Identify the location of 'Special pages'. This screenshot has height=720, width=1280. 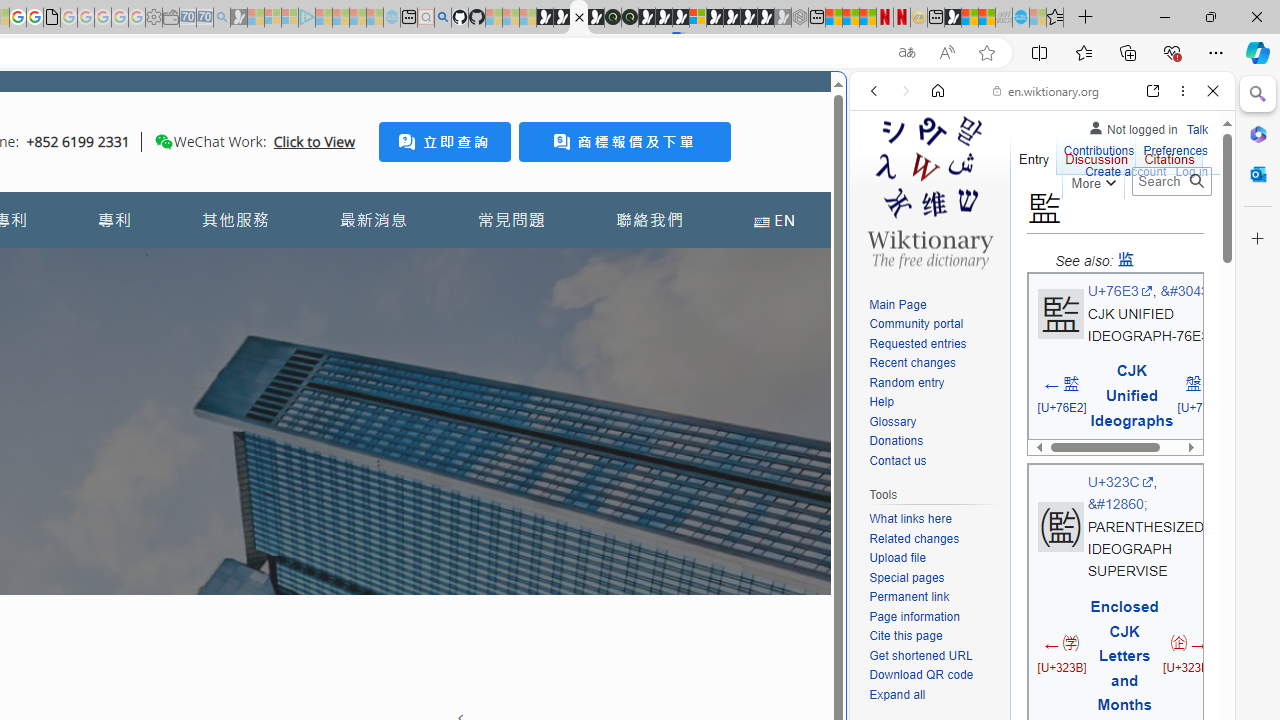
(905, 577).